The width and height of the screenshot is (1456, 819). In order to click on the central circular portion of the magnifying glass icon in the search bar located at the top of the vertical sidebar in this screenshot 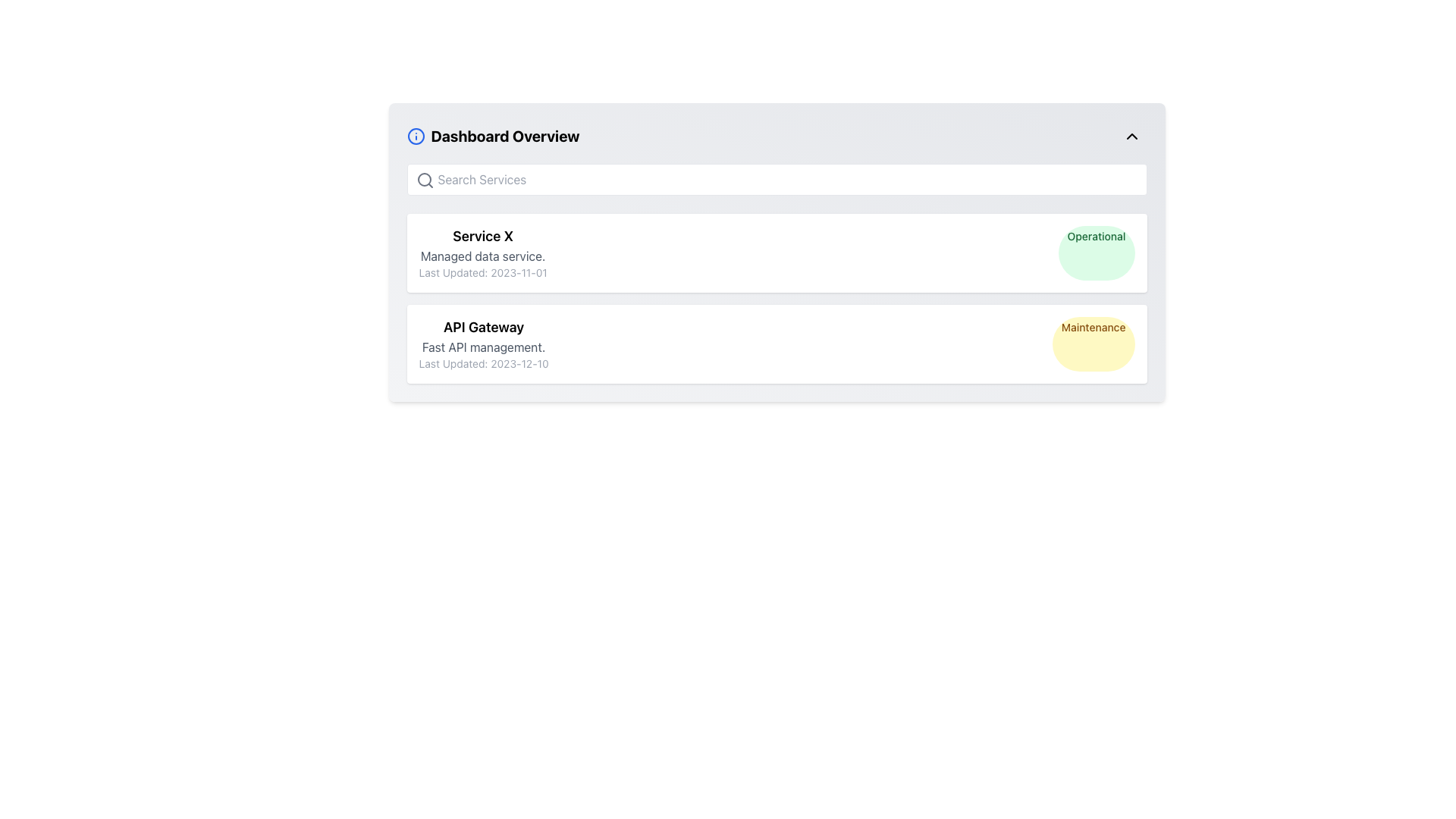, I will do `click(424, 178)`.